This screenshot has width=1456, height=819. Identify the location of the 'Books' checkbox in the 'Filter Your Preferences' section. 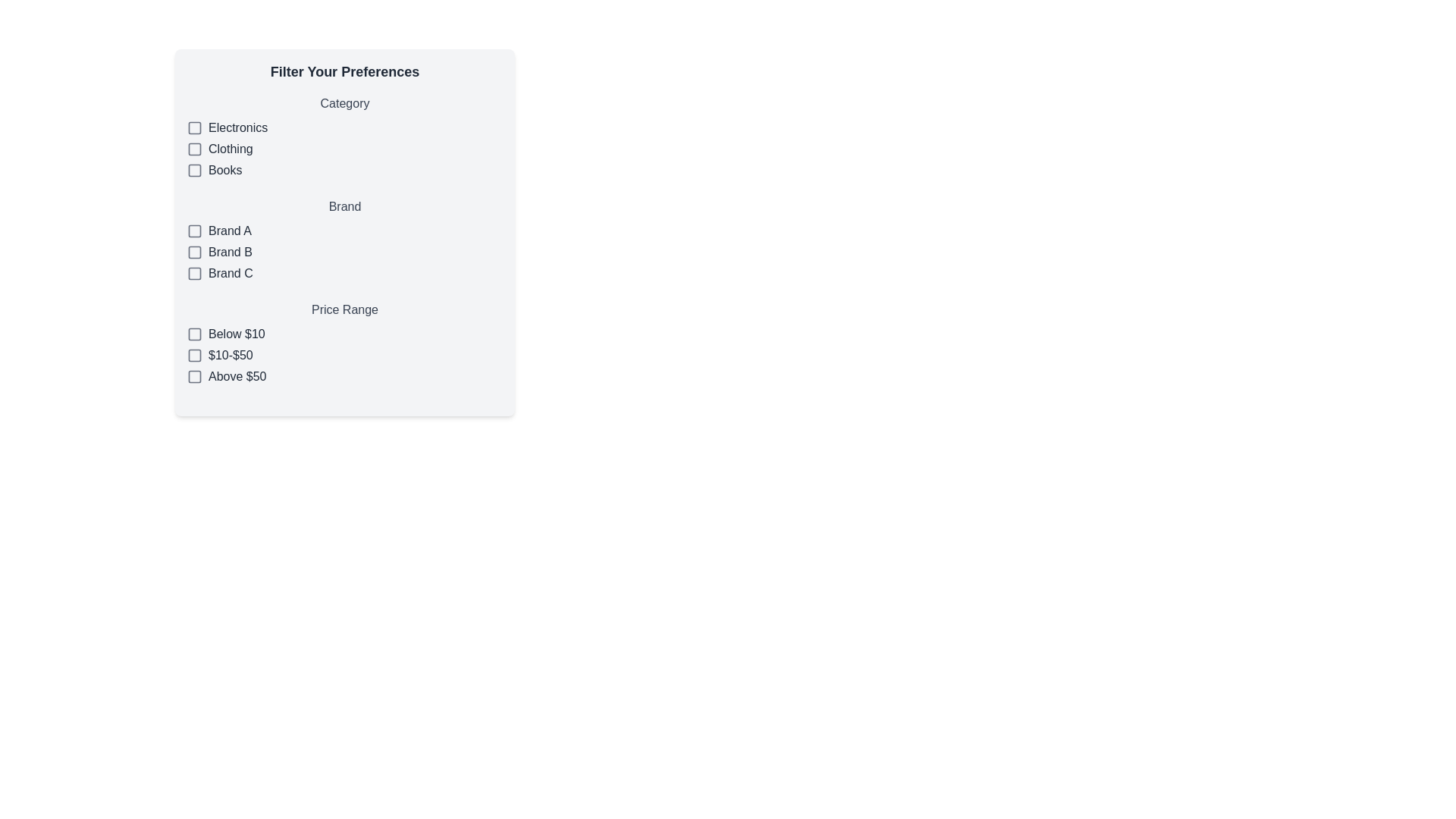
(194, 170).